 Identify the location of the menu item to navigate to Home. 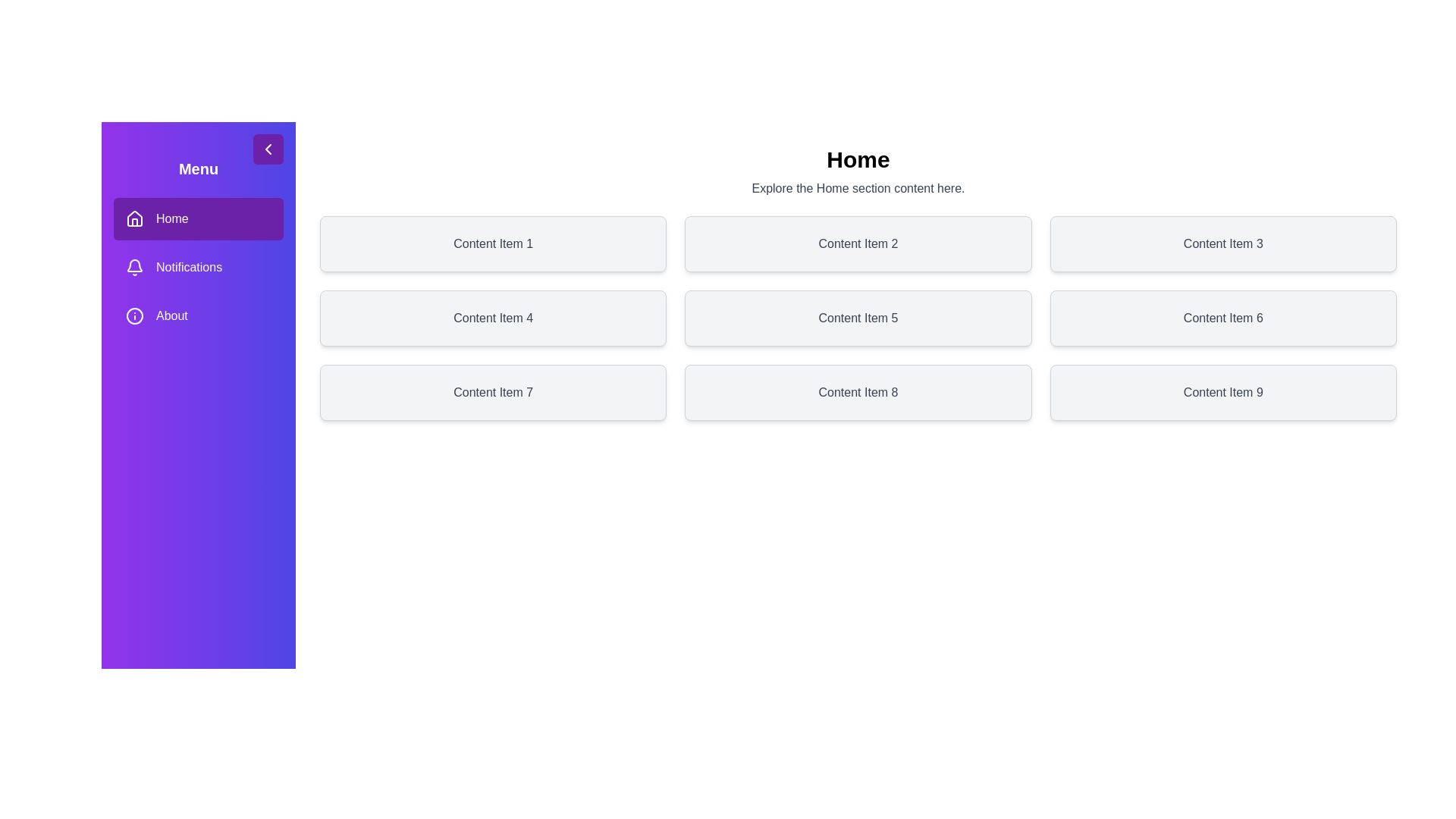
(198, 219).